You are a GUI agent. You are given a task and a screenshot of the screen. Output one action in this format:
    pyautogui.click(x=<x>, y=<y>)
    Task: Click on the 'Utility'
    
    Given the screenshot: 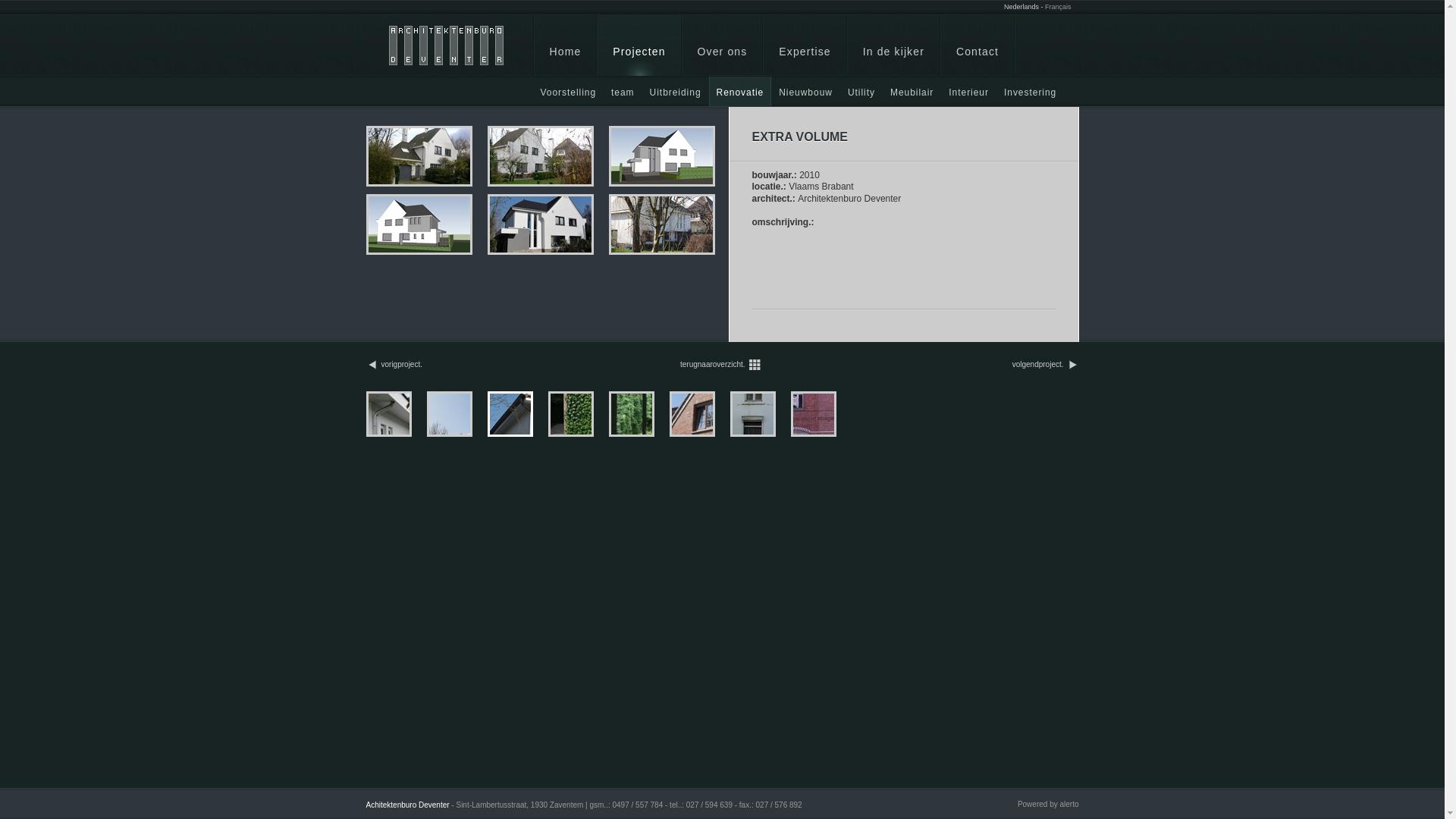 What is the action you would take?
    pyautogui.click(x=861, y=91)
    